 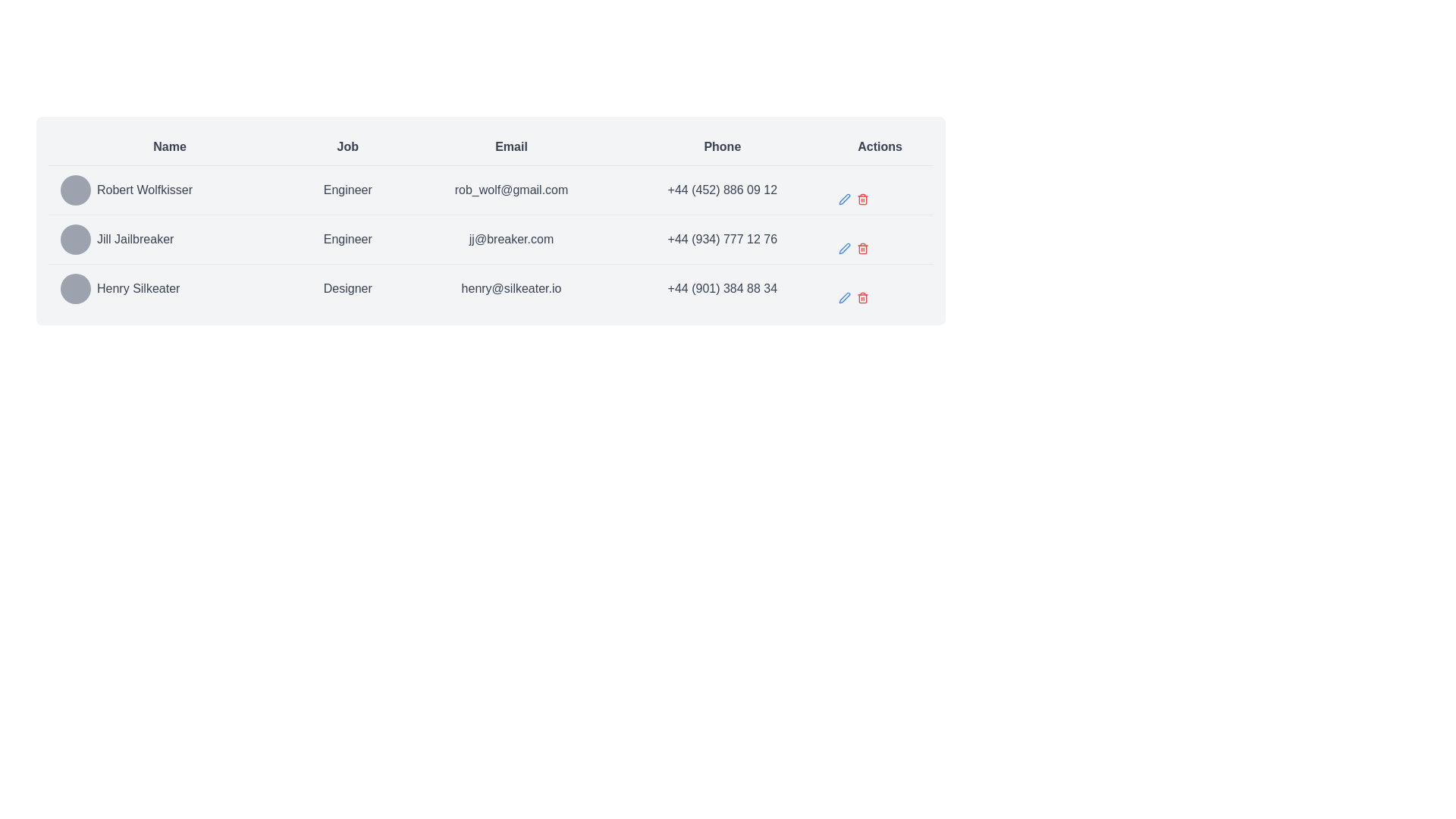 What do you see at coordinates (347, 288) in the screenshot?
I see `the text label displaying 'Designer' located in the 'Job' column of the last row in the table, positioned between 'Henry Silkeater' and 'henry@silkeater.io'` at bounding box center [347, 288].